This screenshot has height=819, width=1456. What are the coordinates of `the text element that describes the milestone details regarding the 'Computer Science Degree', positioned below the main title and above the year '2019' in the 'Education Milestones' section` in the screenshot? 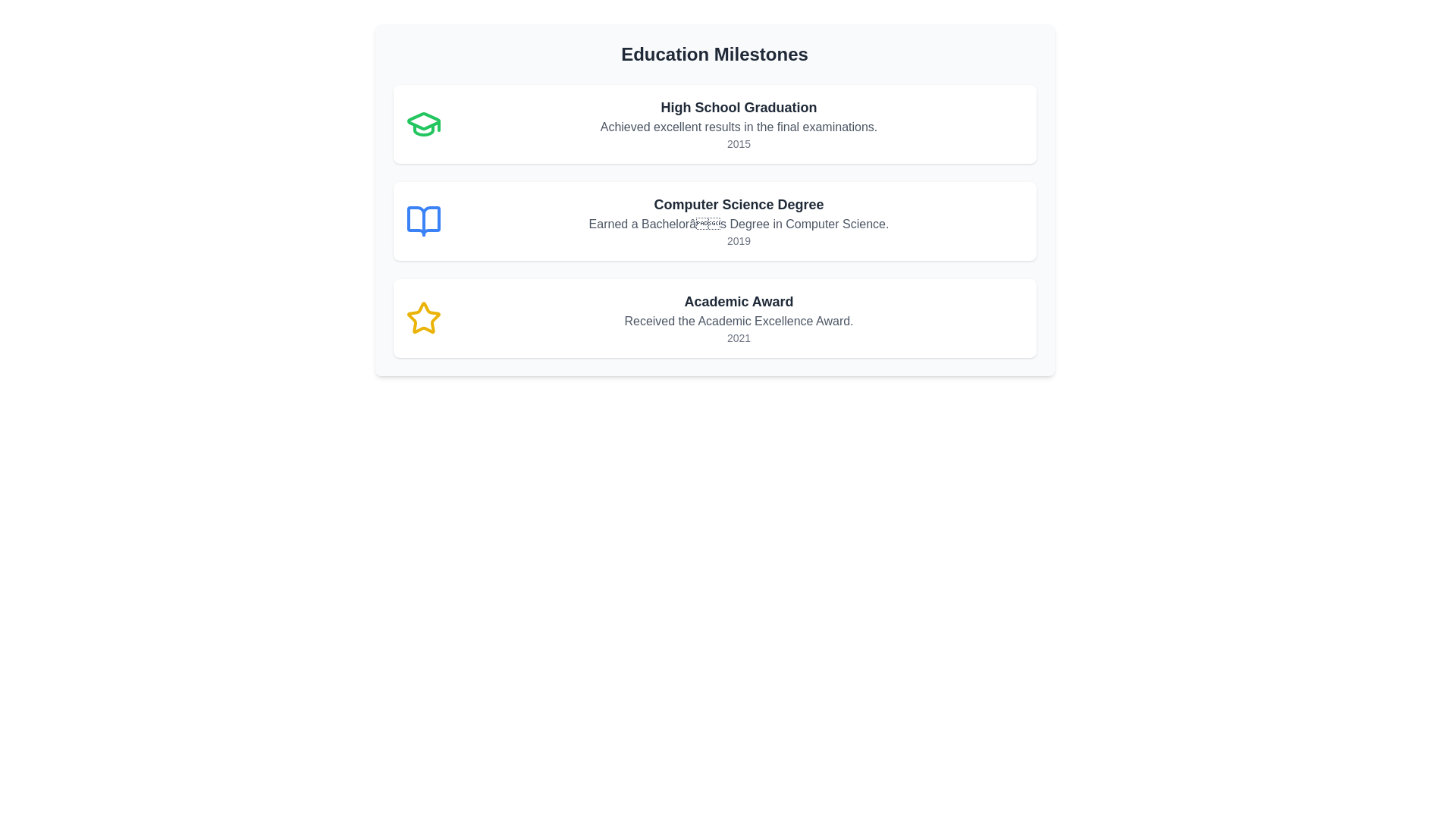 It's located at (739, 224).